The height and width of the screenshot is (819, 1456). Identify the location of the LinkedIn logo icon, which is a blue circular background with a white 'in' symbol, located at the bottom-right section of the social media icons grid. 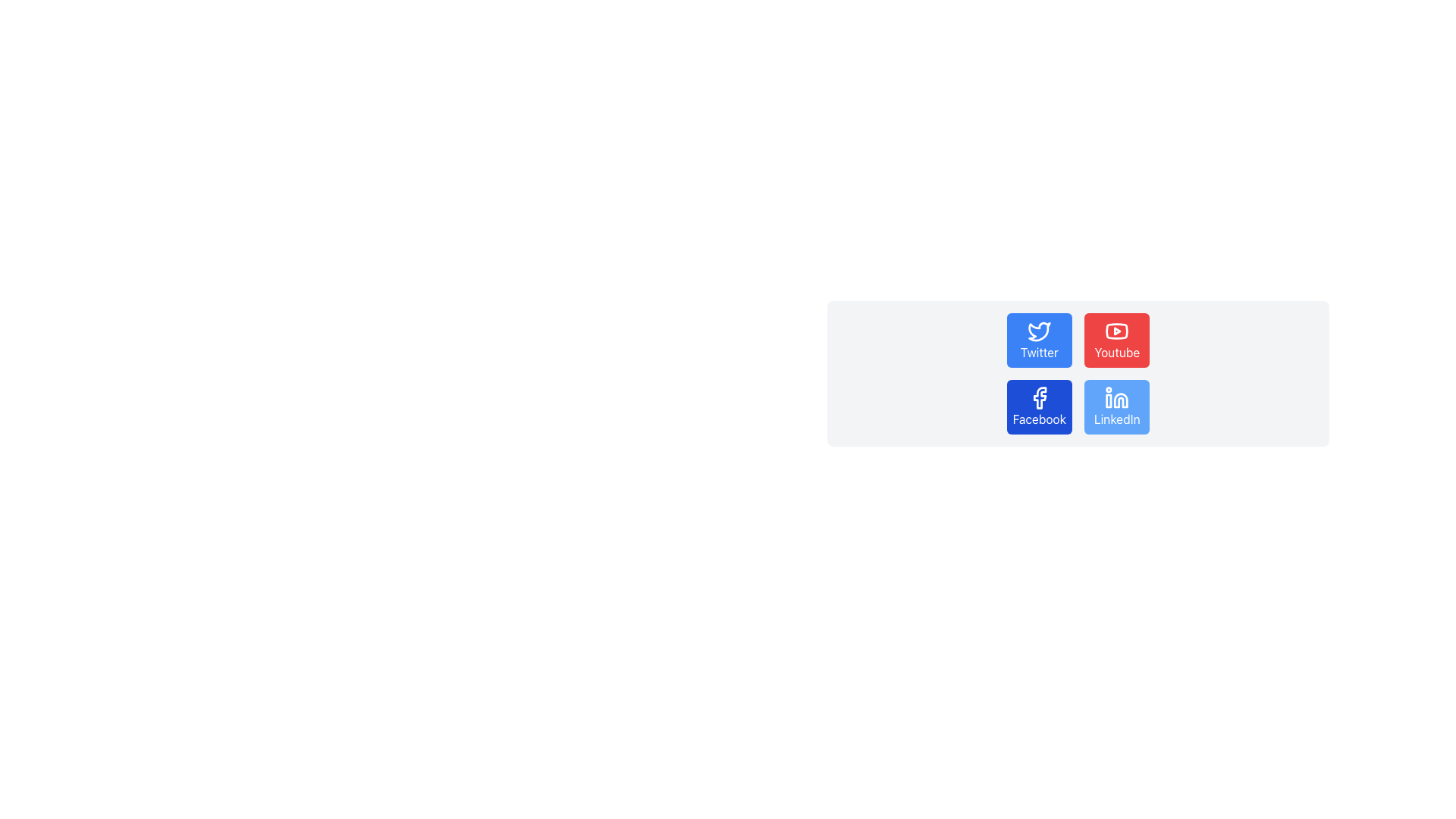
(1117, 397).